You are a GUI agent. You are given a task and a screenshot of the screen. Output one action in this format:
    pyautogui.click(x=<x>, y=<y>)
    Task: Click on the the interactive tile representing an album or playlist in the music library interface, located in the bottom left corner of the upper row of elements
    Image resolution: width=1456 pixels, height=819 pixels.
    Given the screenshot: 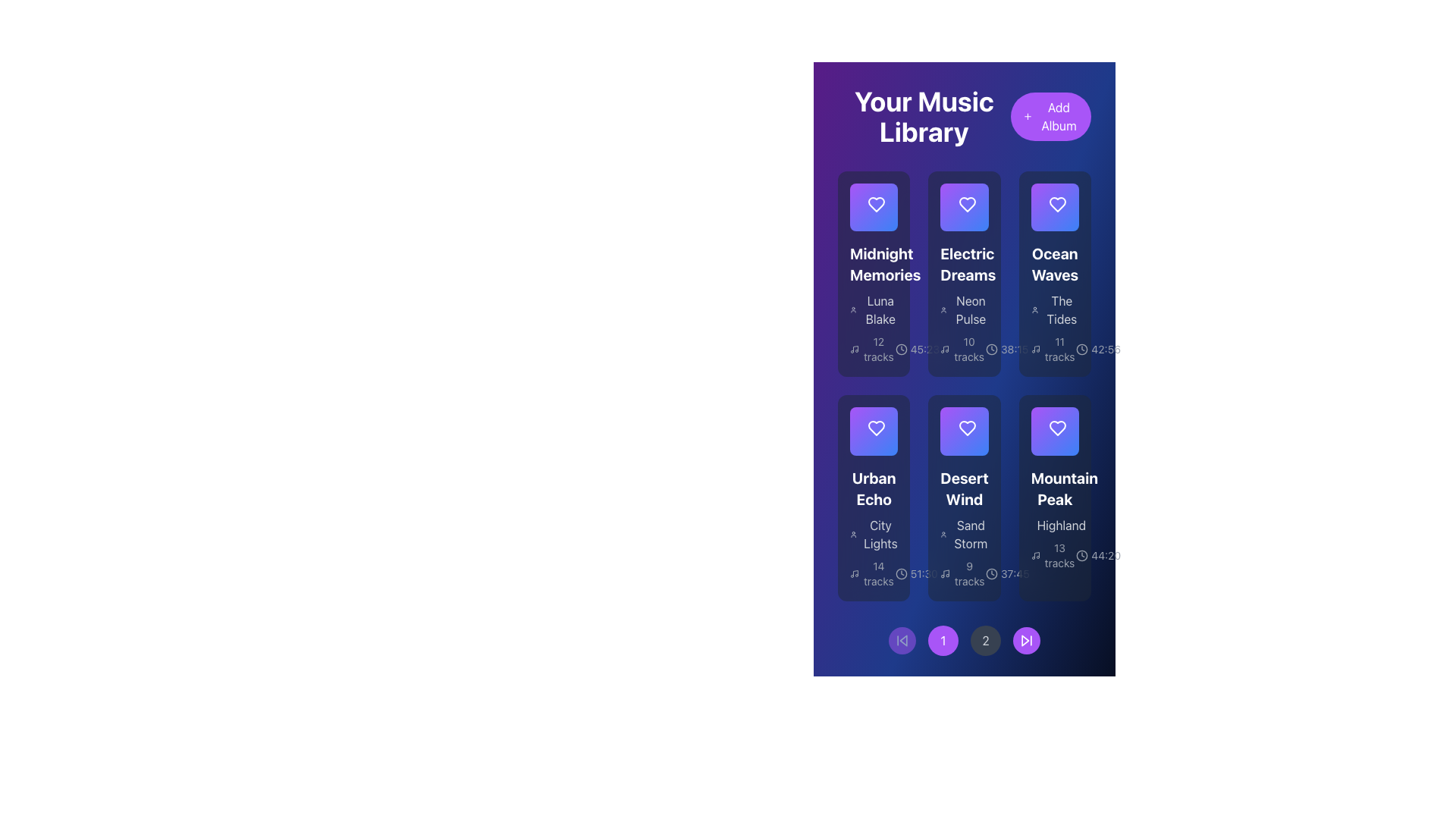 What is the action you would take?
    pyautogui.click(x=874, y=497)
    